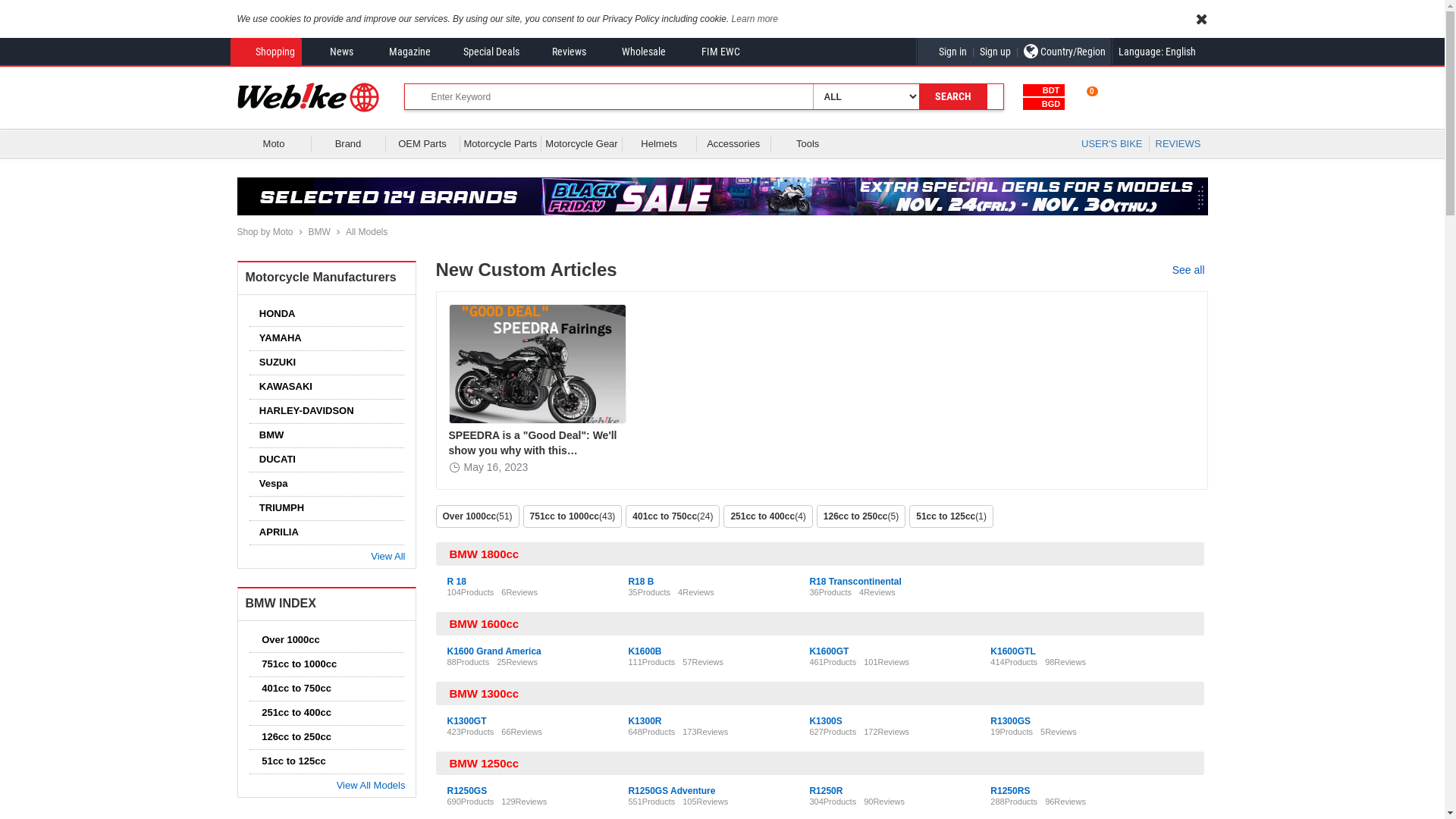 This screenshot has height=819, width=1456. Describe the element at coordinates (1012, 651) in the screenshot. I see `'K1600GTL'` at that location.